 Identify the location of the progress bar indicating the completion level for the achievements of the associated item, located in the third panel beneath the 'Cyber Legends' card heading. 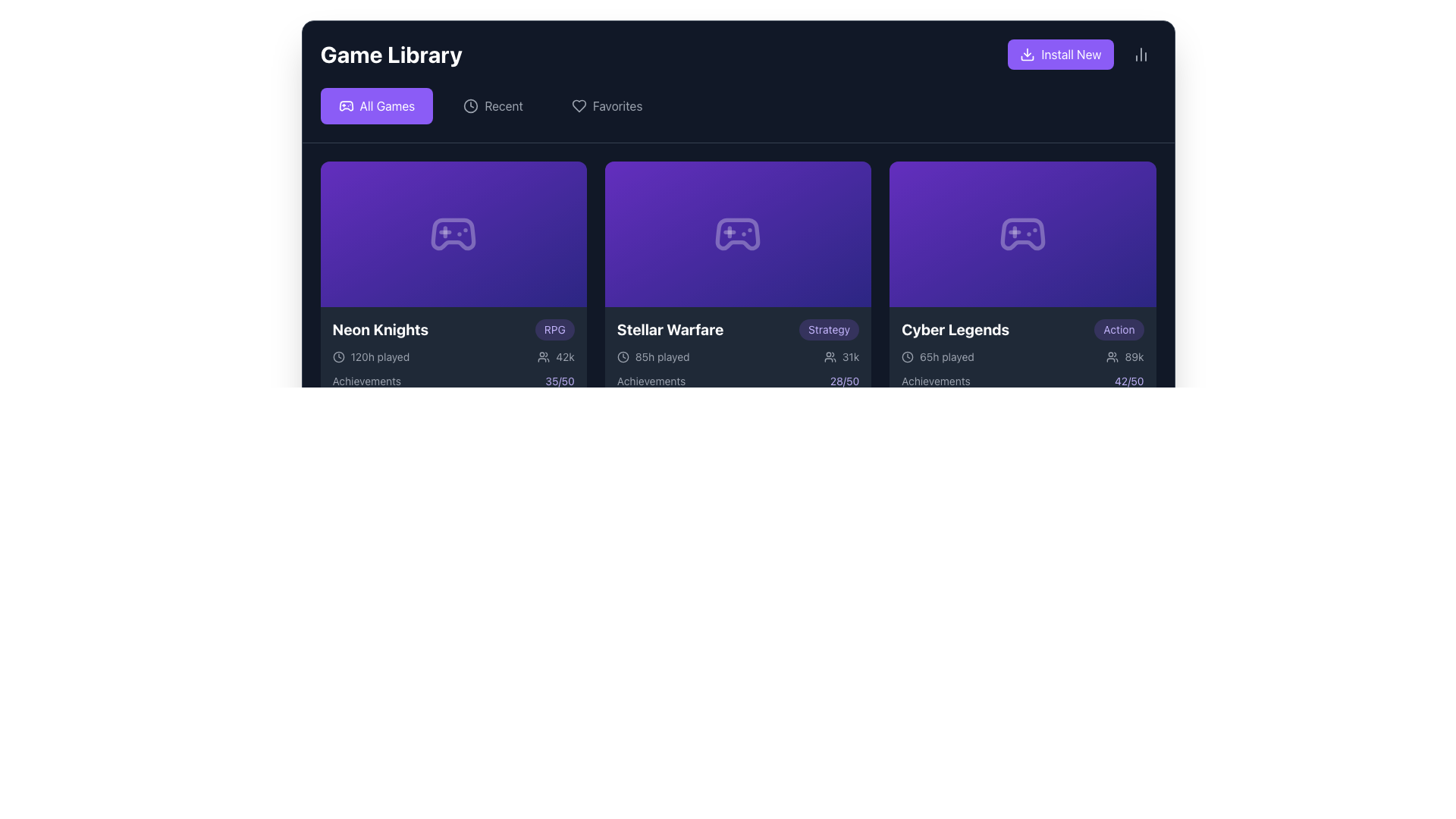
(1022, 386).